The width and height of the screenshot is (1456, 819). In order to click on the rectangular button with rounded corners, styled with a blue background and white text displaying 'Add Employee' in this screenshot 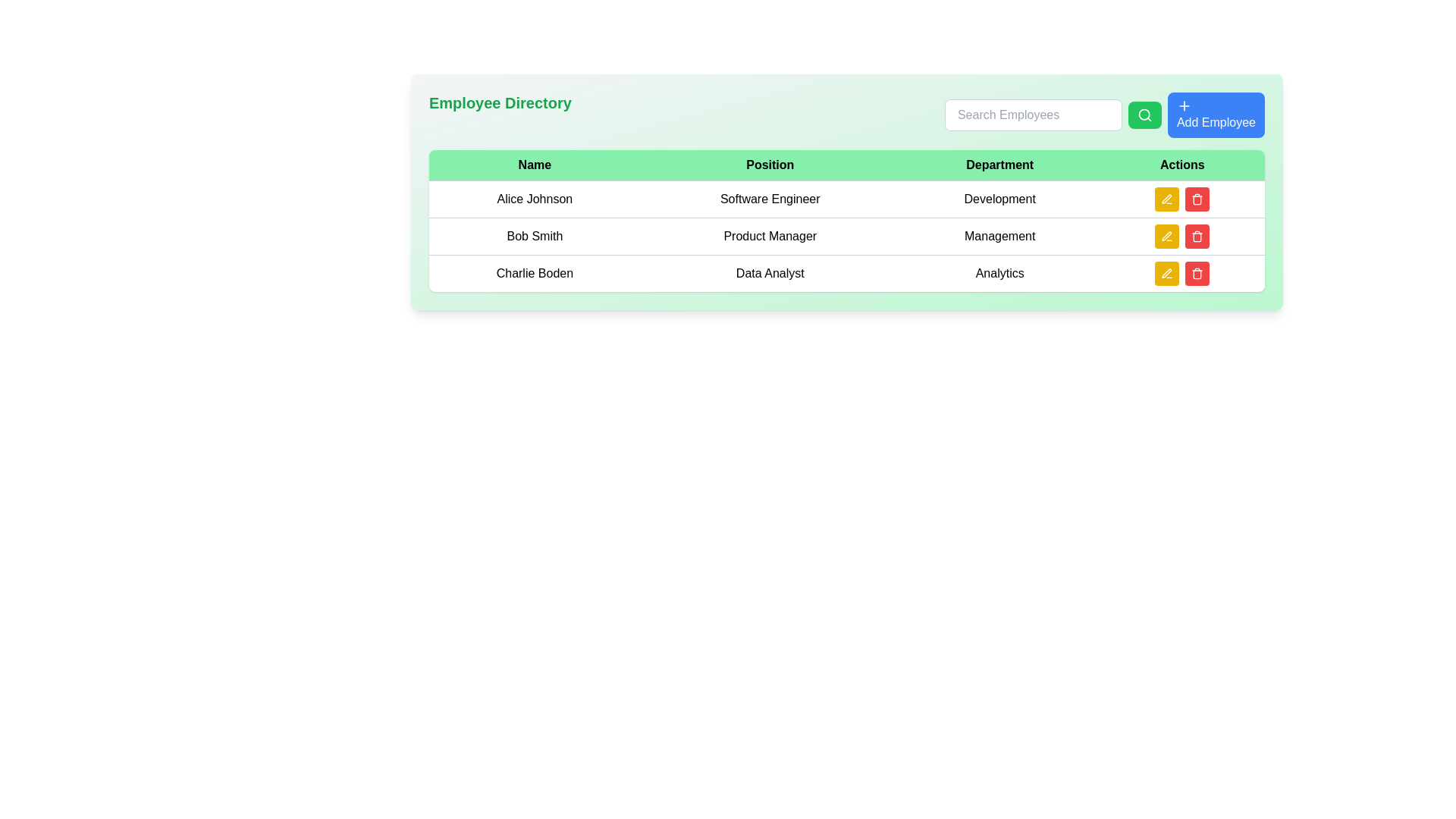, I will do `click(1216, 114)`.